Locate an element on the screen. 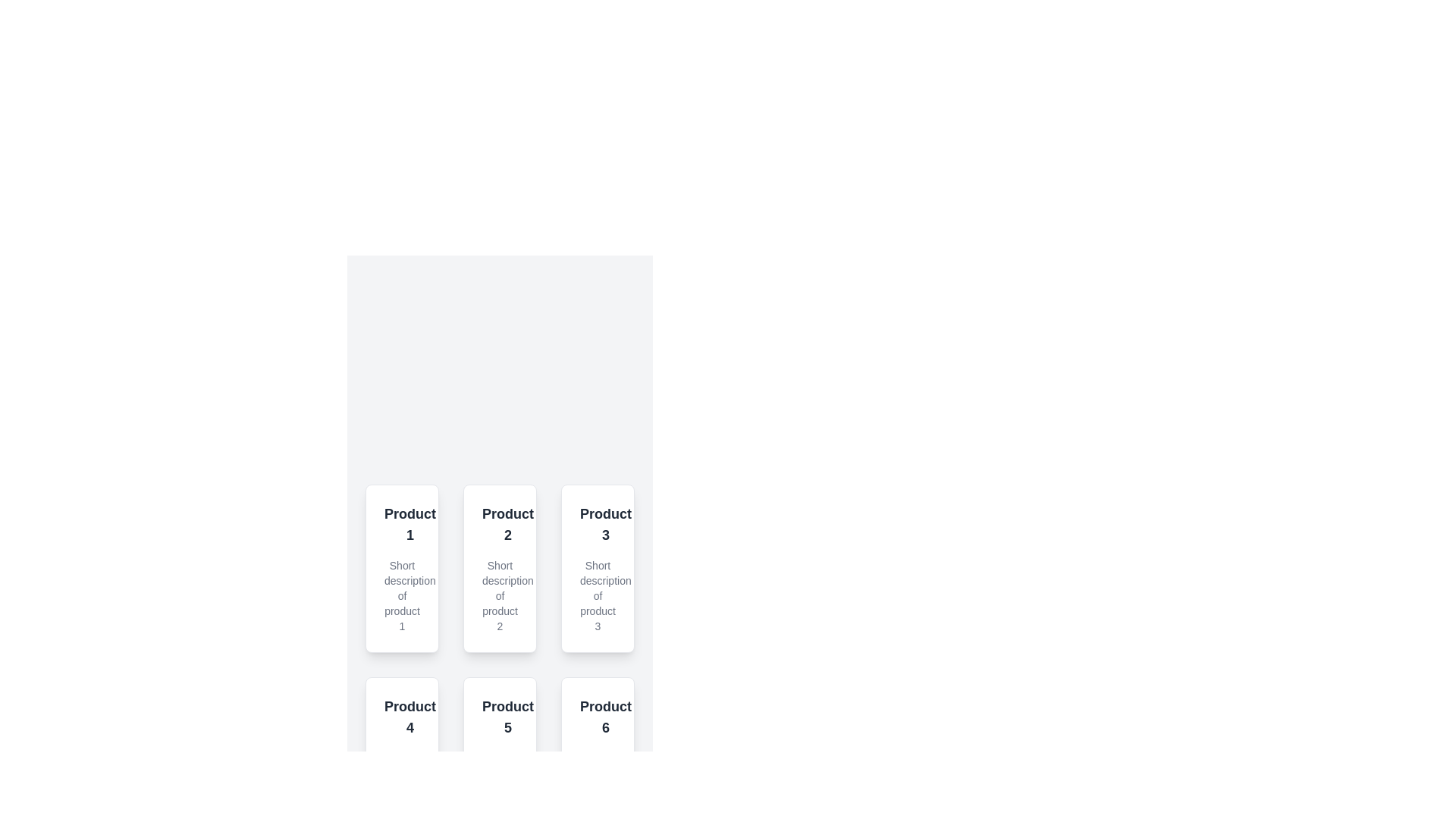 The image size is (1456, 819). the product title text label displayed above the related graphical elements in the product card, located in the second row, middle column under product number 2 is located at coordinates (508, 717).